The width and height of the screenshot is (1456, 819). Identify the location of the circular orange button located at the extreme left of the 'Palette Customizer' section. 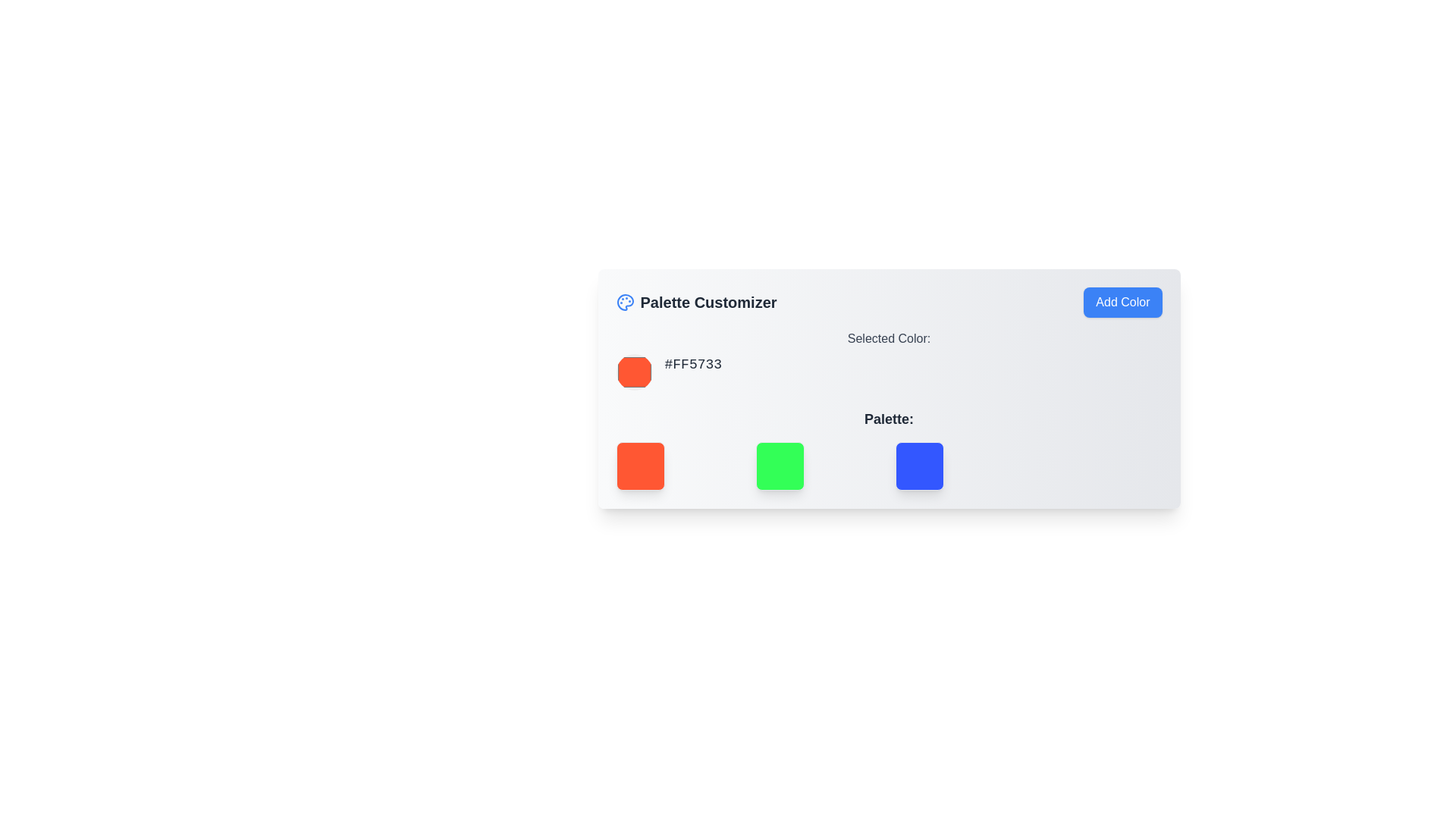
(634, 372).